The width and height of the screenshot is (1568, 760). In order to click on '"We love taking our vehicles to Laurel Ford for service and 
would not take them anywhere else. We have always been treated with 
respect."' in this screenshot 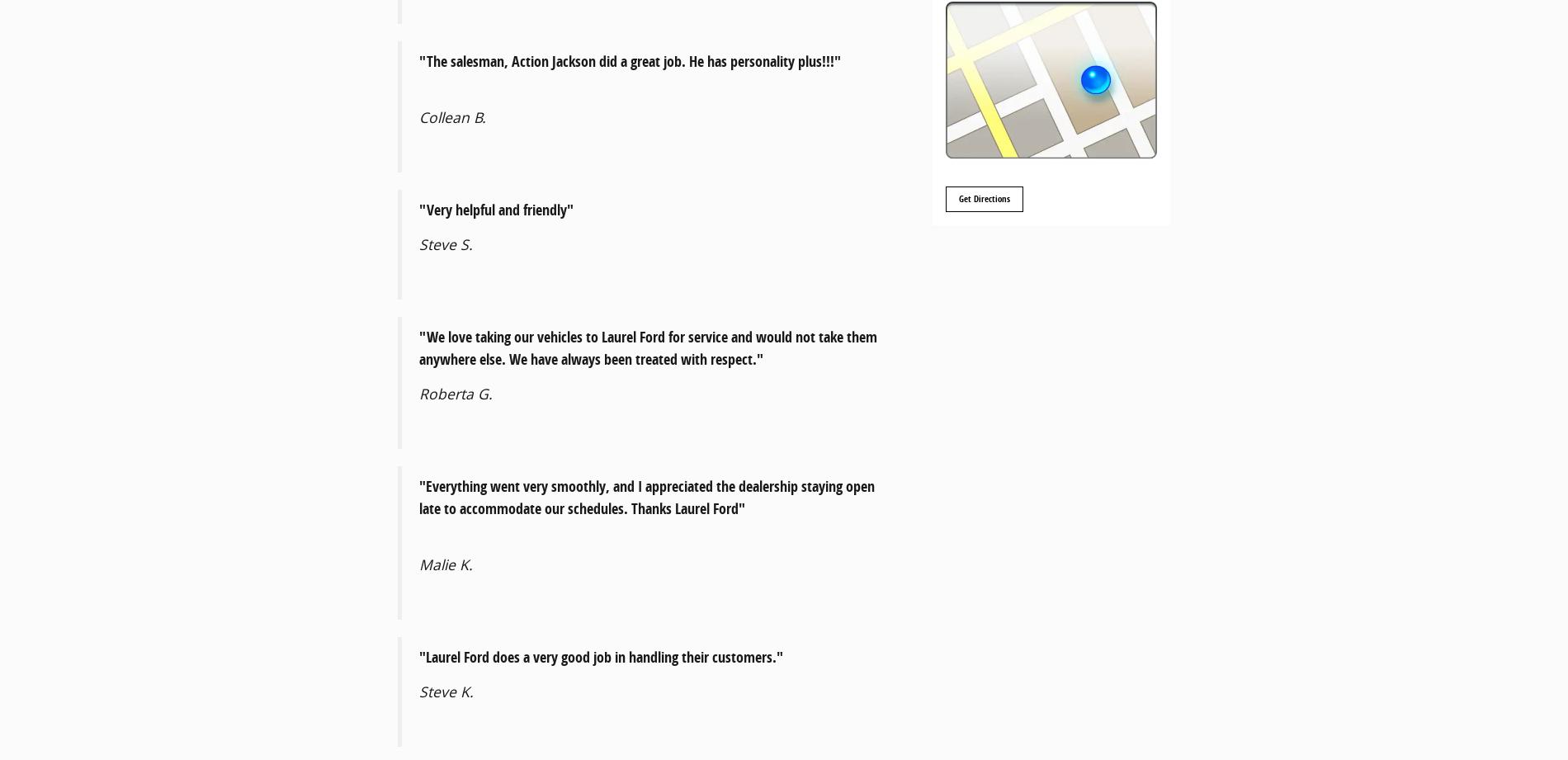, I will do `click(419, 347)`.